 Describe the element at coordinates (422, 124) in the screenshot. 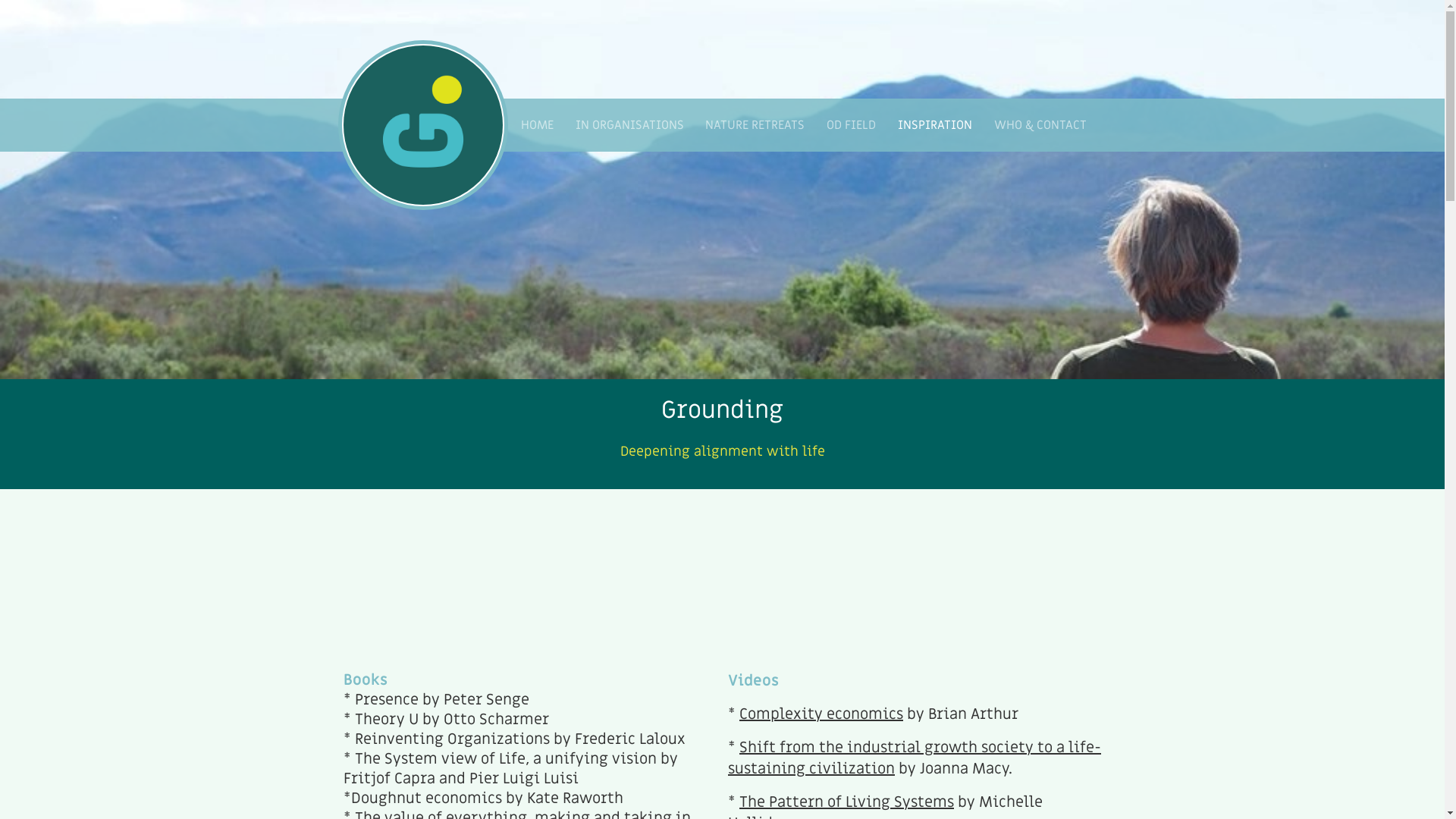

I see `' '` at that location.